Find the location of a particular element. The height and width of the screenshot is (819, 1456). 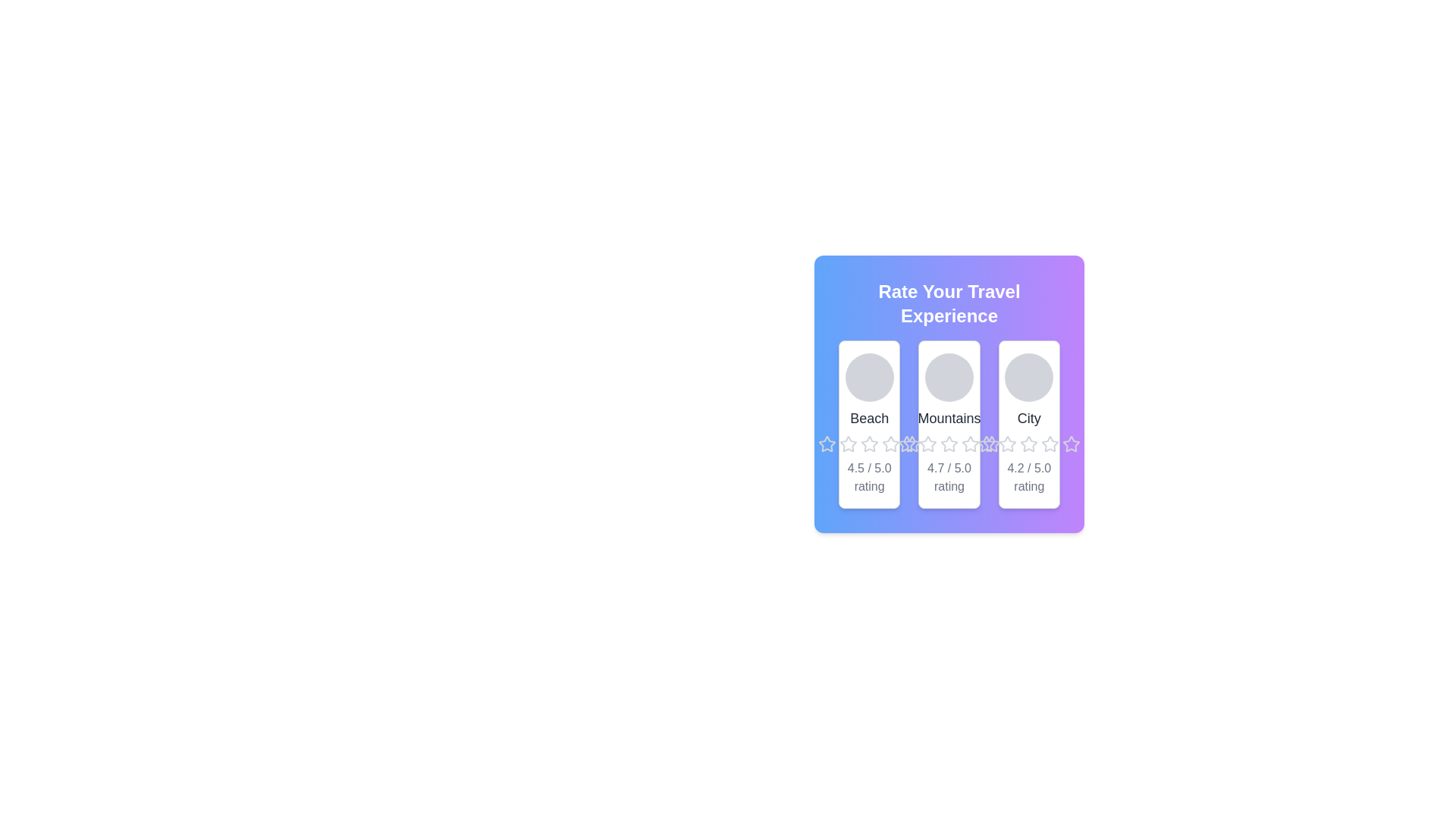

the rating score text for the 'Beach' experience, which is located at the bottom of the 'Beach' card in the 'Rate Your Travel Experience' section, centered directly below the stars is located at coordinates (869, 476).